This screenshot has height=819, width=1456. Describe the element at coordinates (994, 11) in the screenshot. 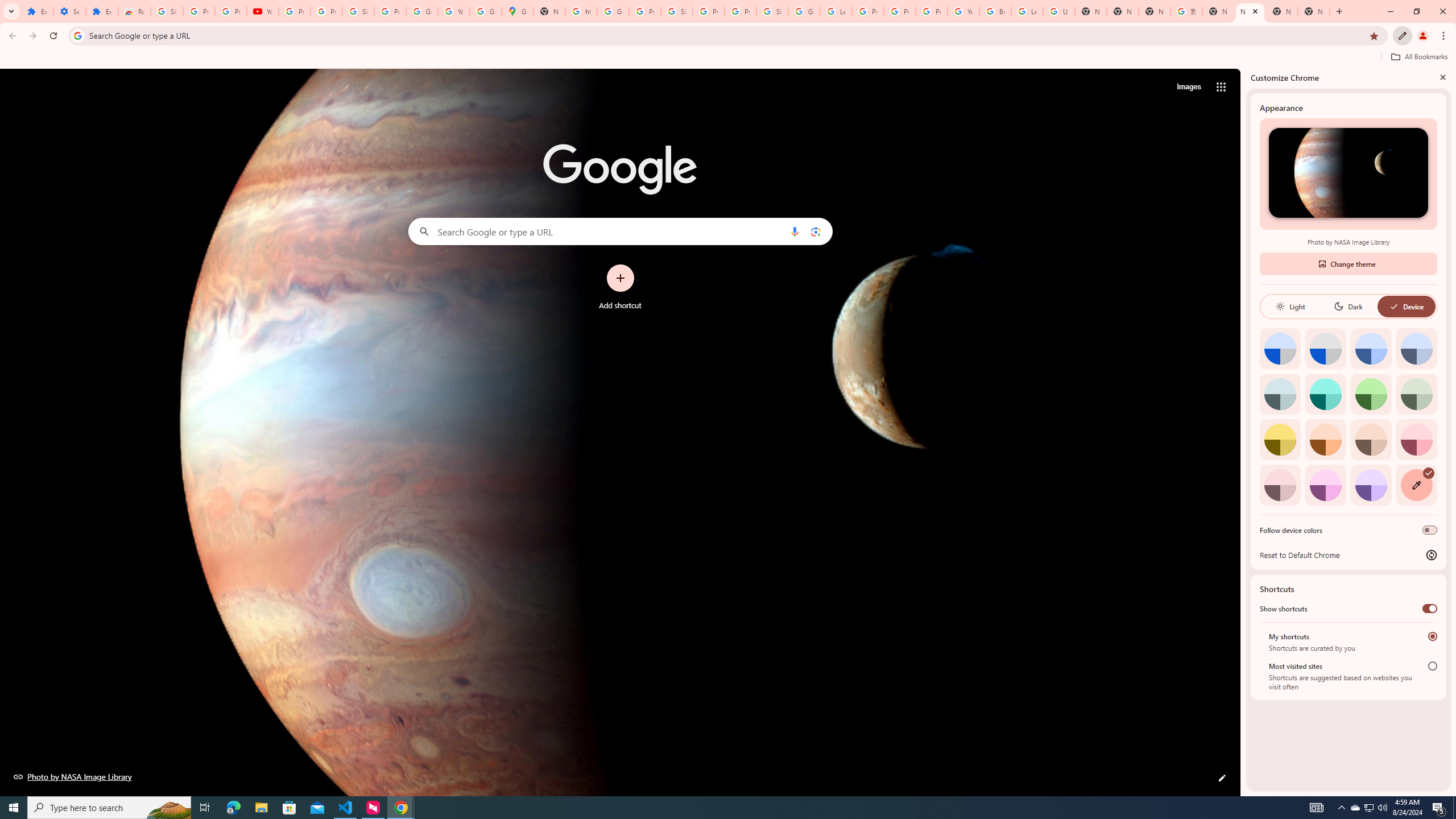

I see `'Browse Chrome as a guest - Computer - Google Chrome Help'` at that location.